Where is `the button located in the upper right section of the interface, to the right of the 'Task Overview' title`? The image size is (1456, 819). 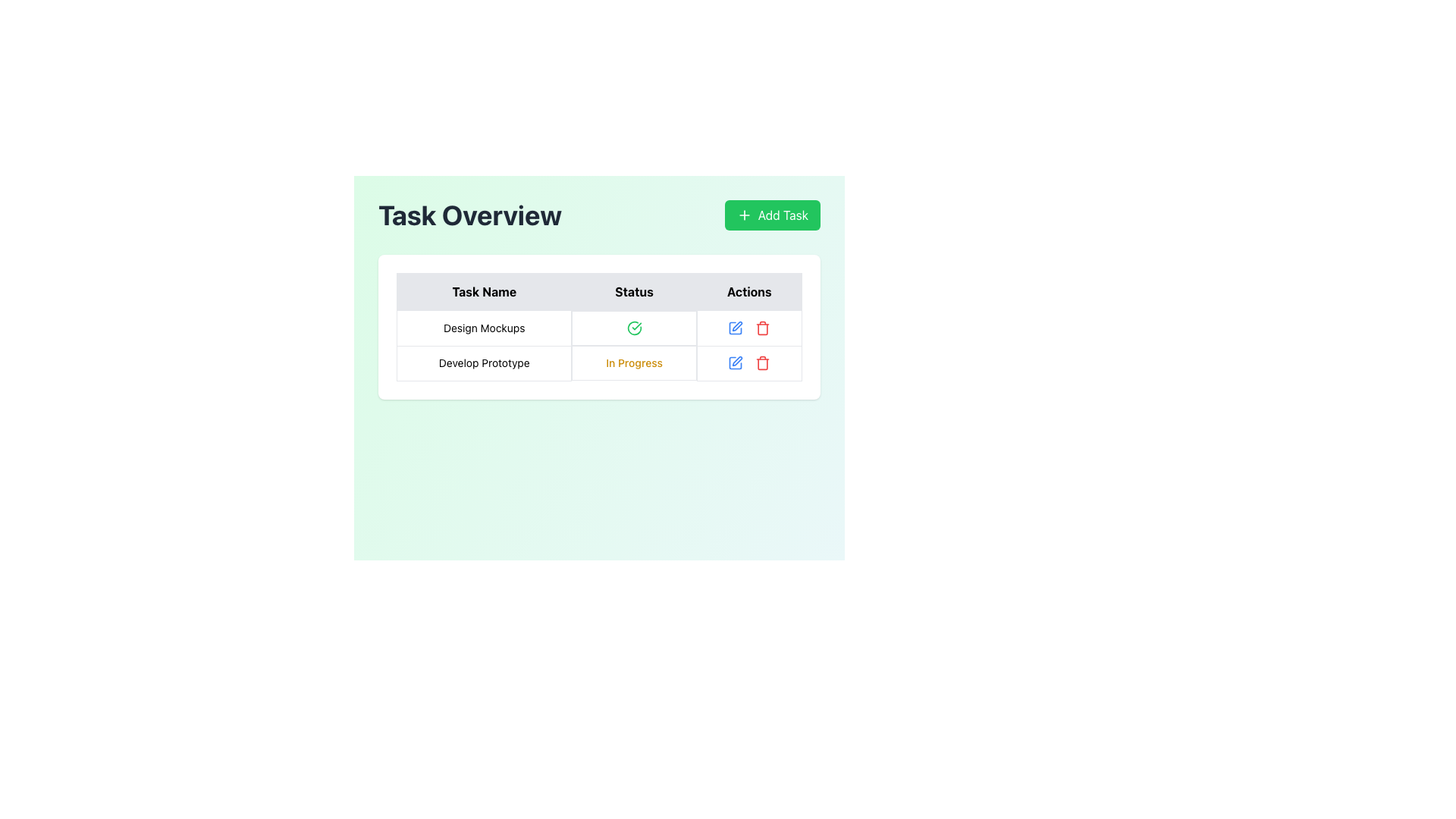
the button located in the upper right section of the interface, to the right of the 'Task Overview' title is located at coordinates (783, 215).